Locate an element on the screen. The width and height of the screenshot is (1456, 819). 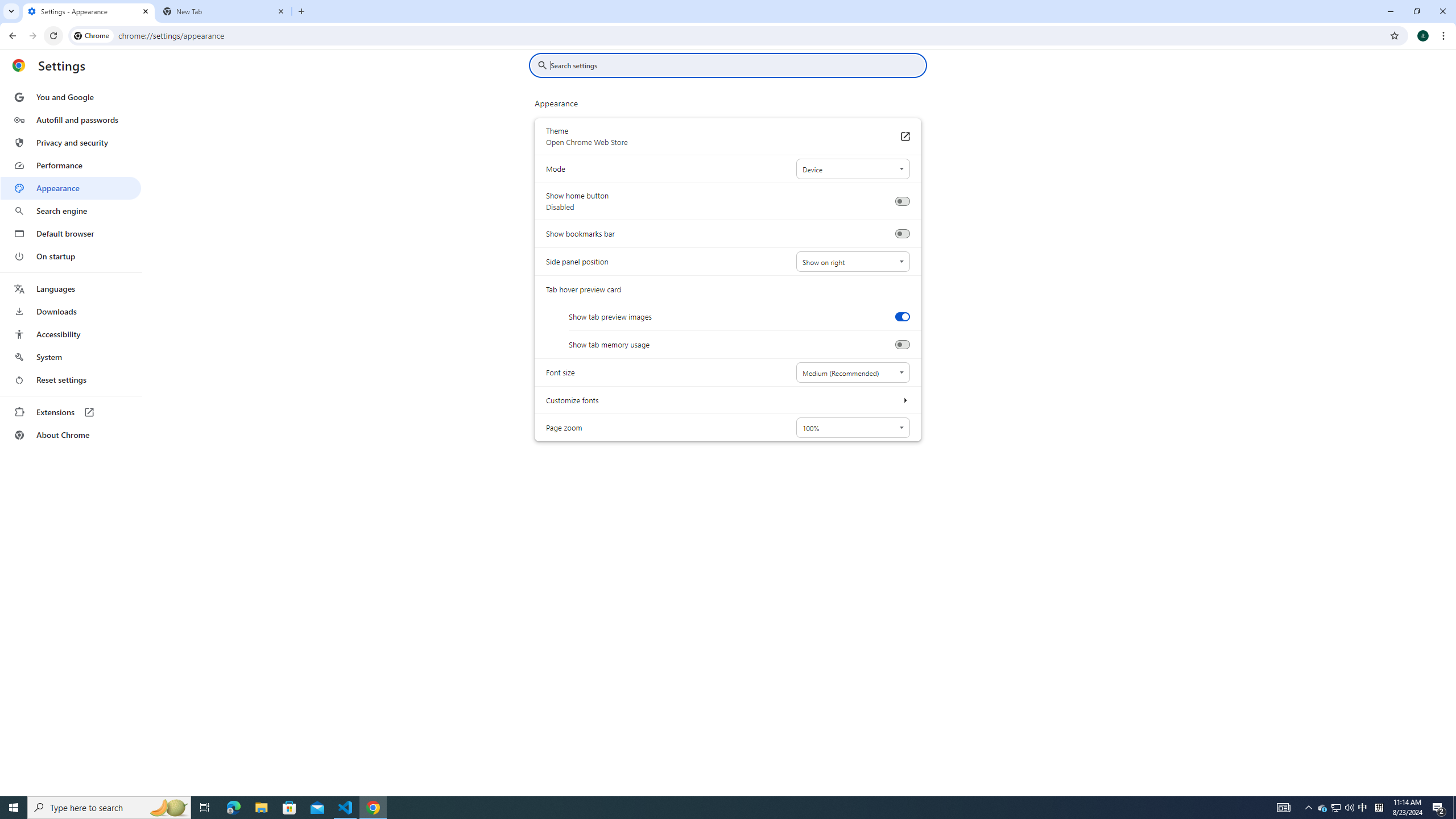
'Downloads' is located at coordinates (70, 311).